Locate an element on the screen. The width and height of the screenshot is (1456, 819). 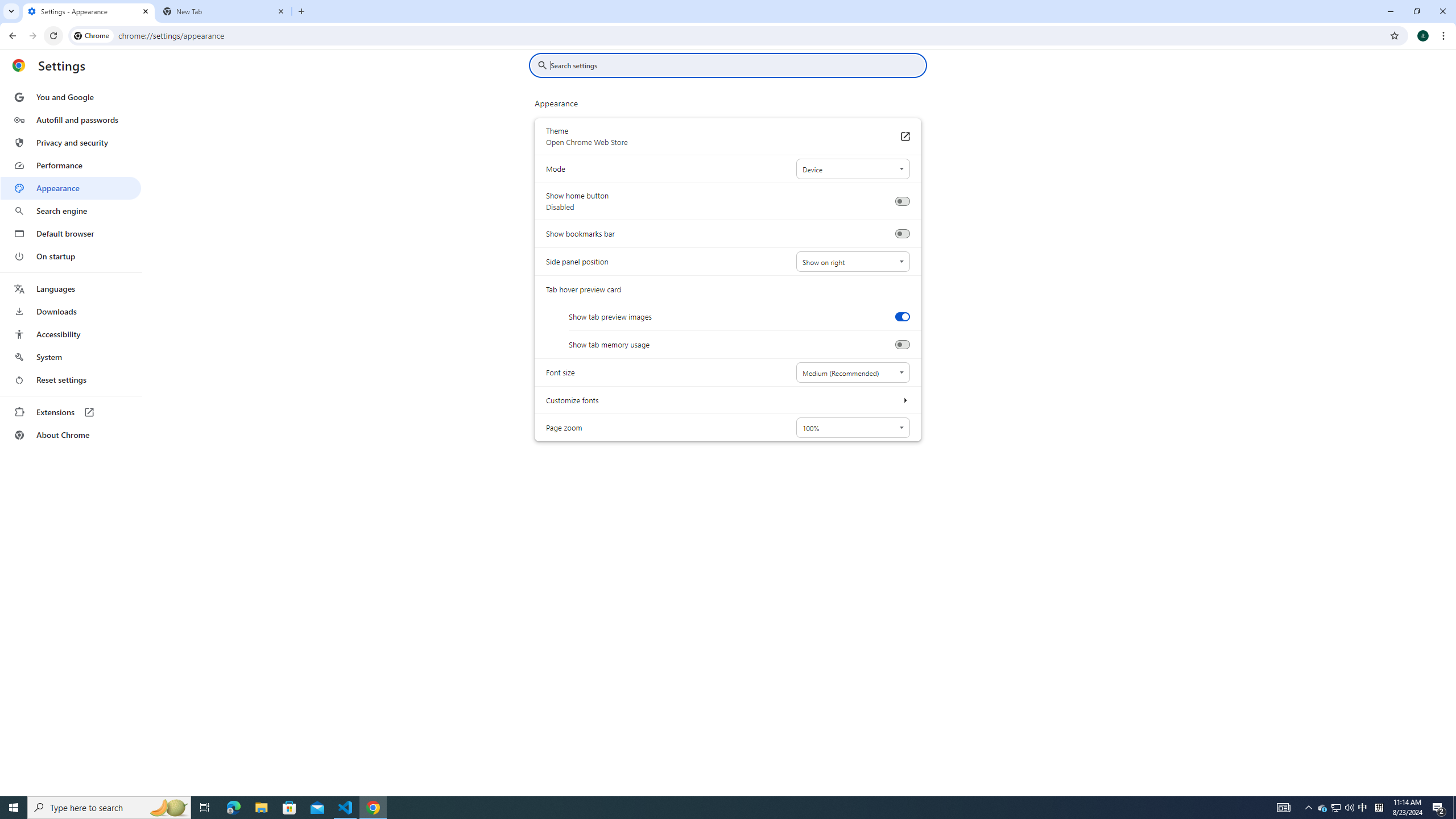
'Downloads' is located at coordinates (70, 311).